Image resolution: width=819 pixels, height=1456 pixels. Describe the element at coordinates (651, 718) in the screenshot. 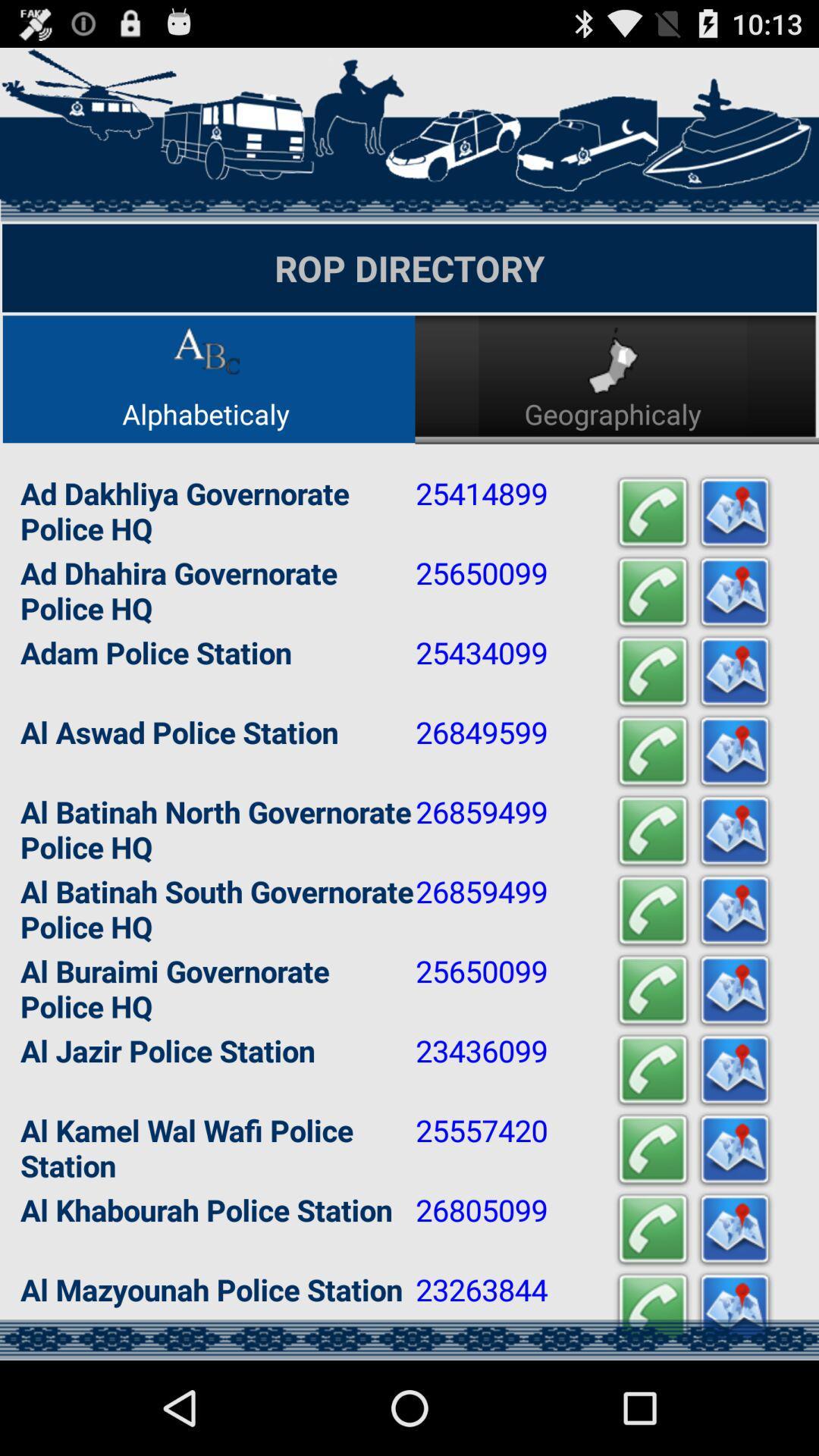

I see `the call icon` at that location.